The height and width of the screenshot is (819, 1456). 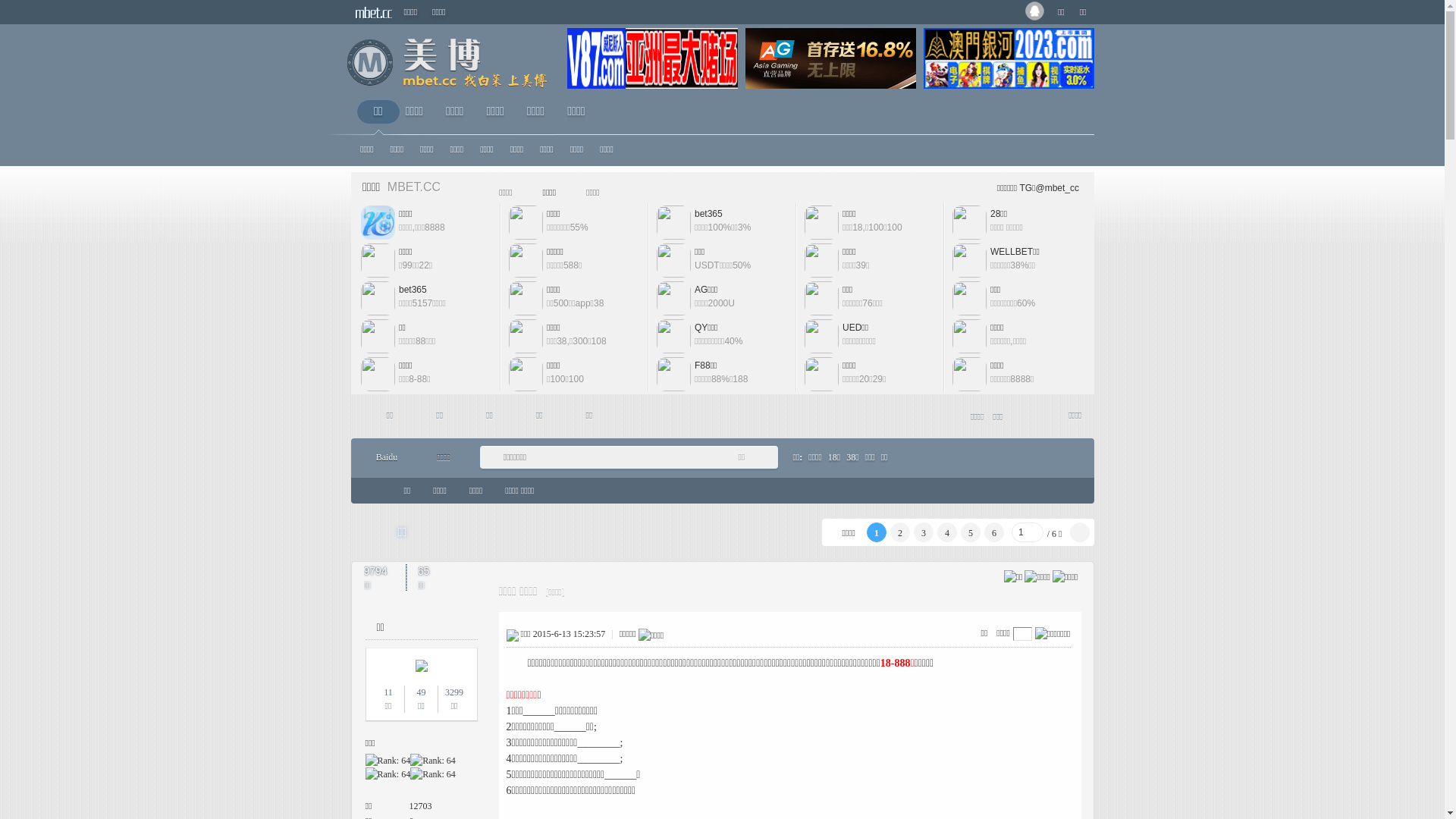 I want to click on '5', so click(x=971, y=532).